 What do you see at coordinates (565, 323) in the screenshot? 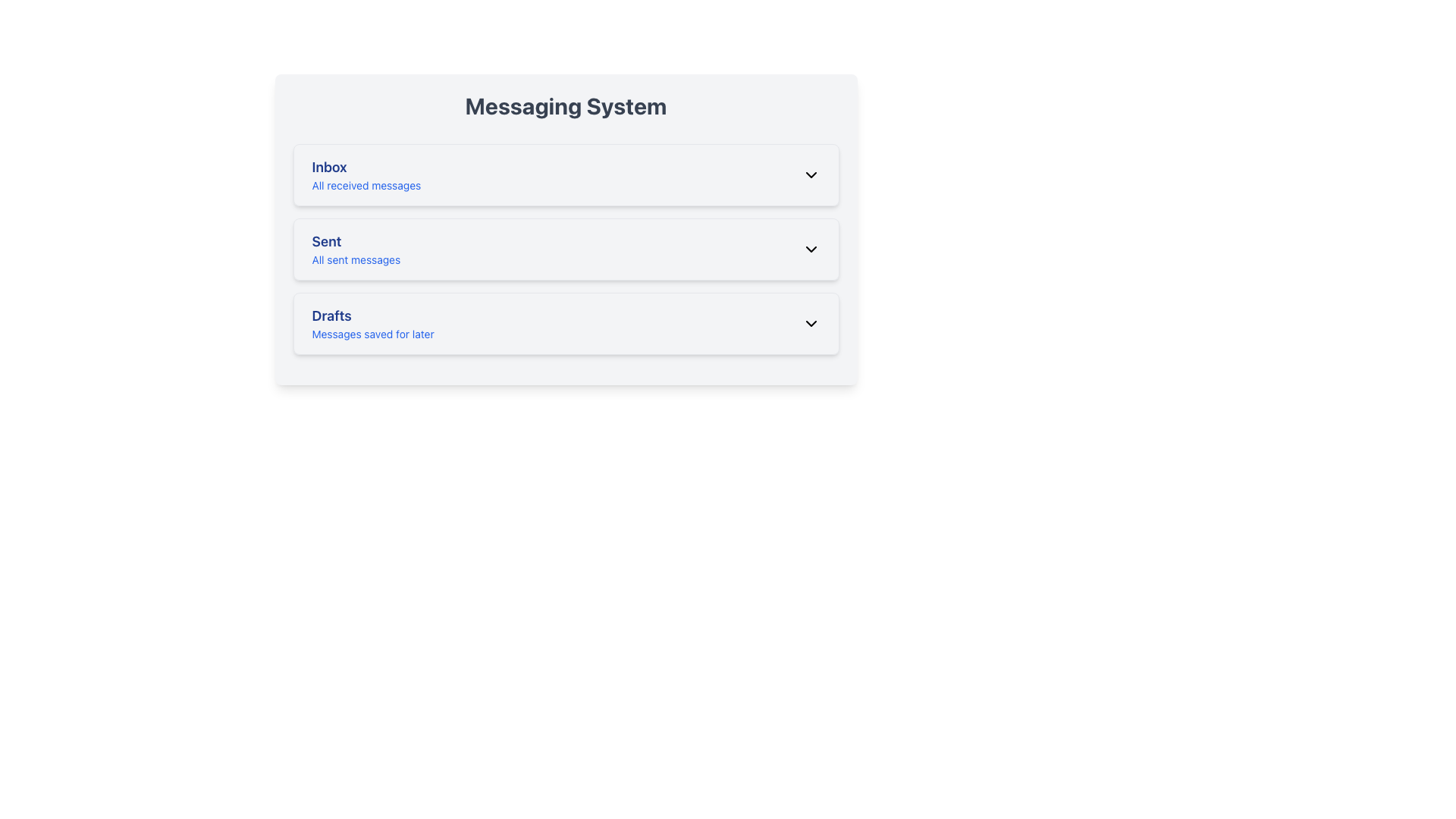
I see `the 'Drafts' collapsible list item in the Messaging System` at bounding box center [565, 323].